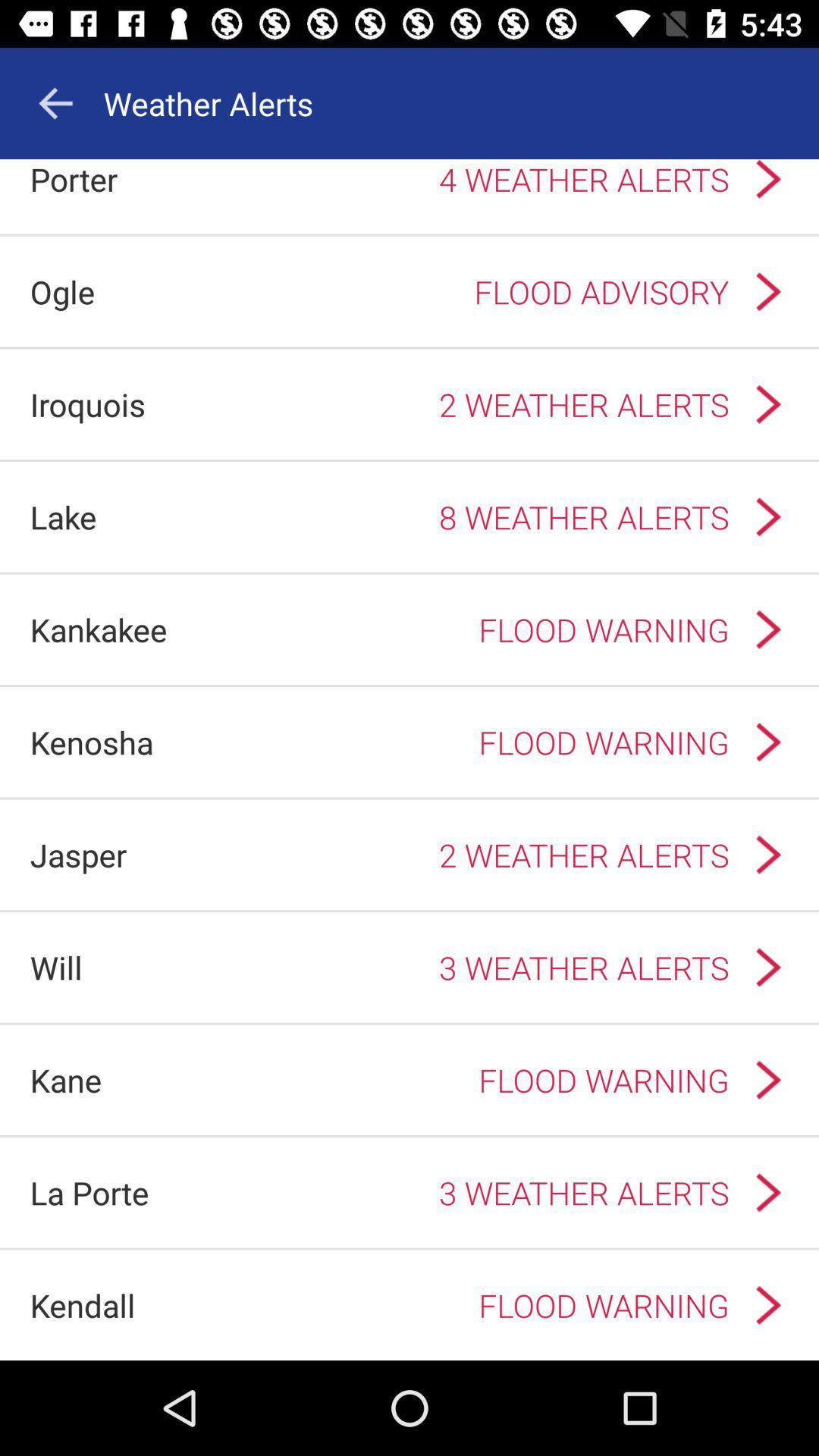 This screenshot has width=819, height=1456. I want to click on kane icon, so click(65, 1079).